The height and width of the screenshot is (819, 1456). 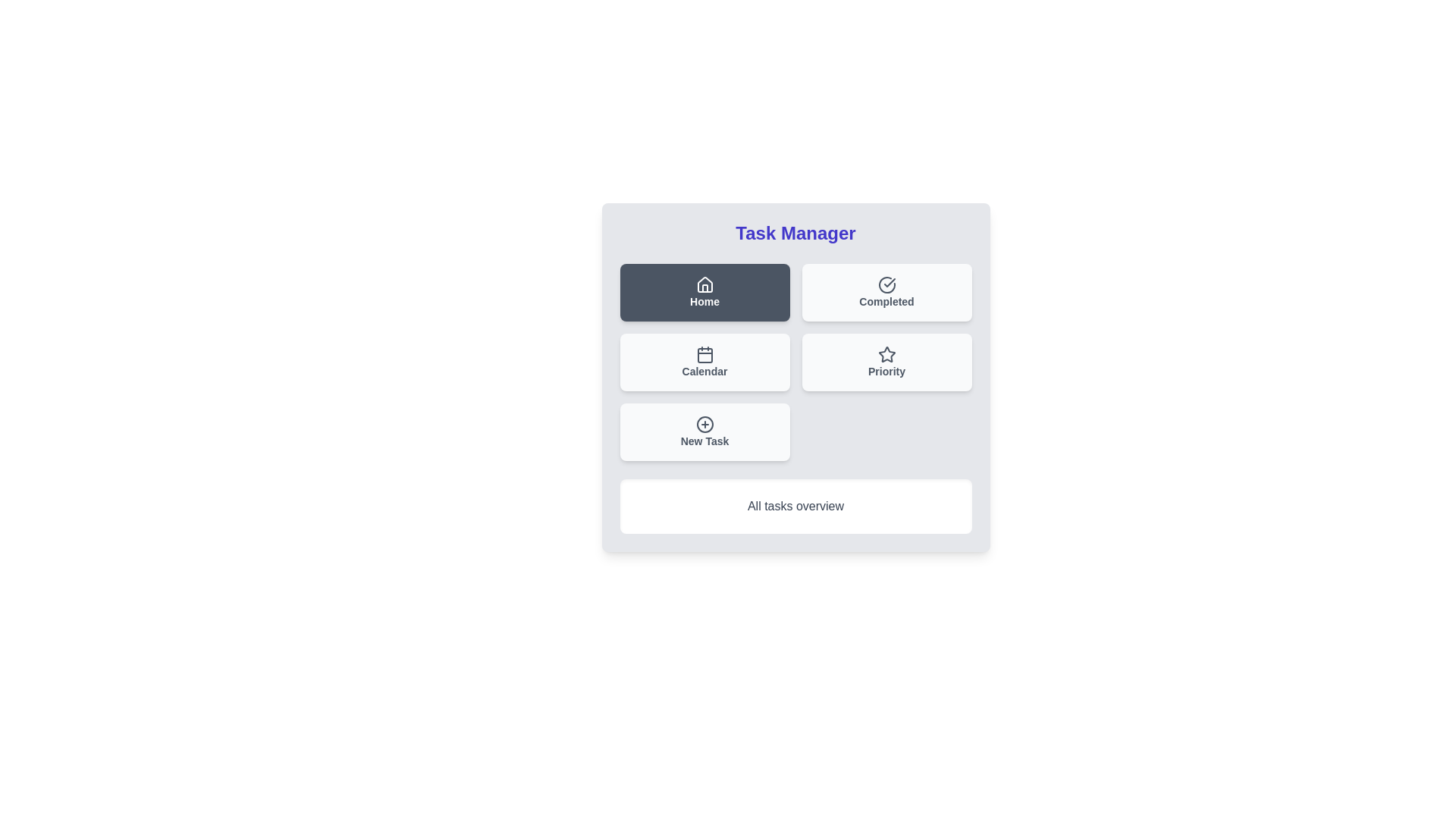 I want to click on the Decorative icon element of the 'New Task' button, which is the central part of the button representing the functionality for adding new tasks, so click(x=704, y=424).